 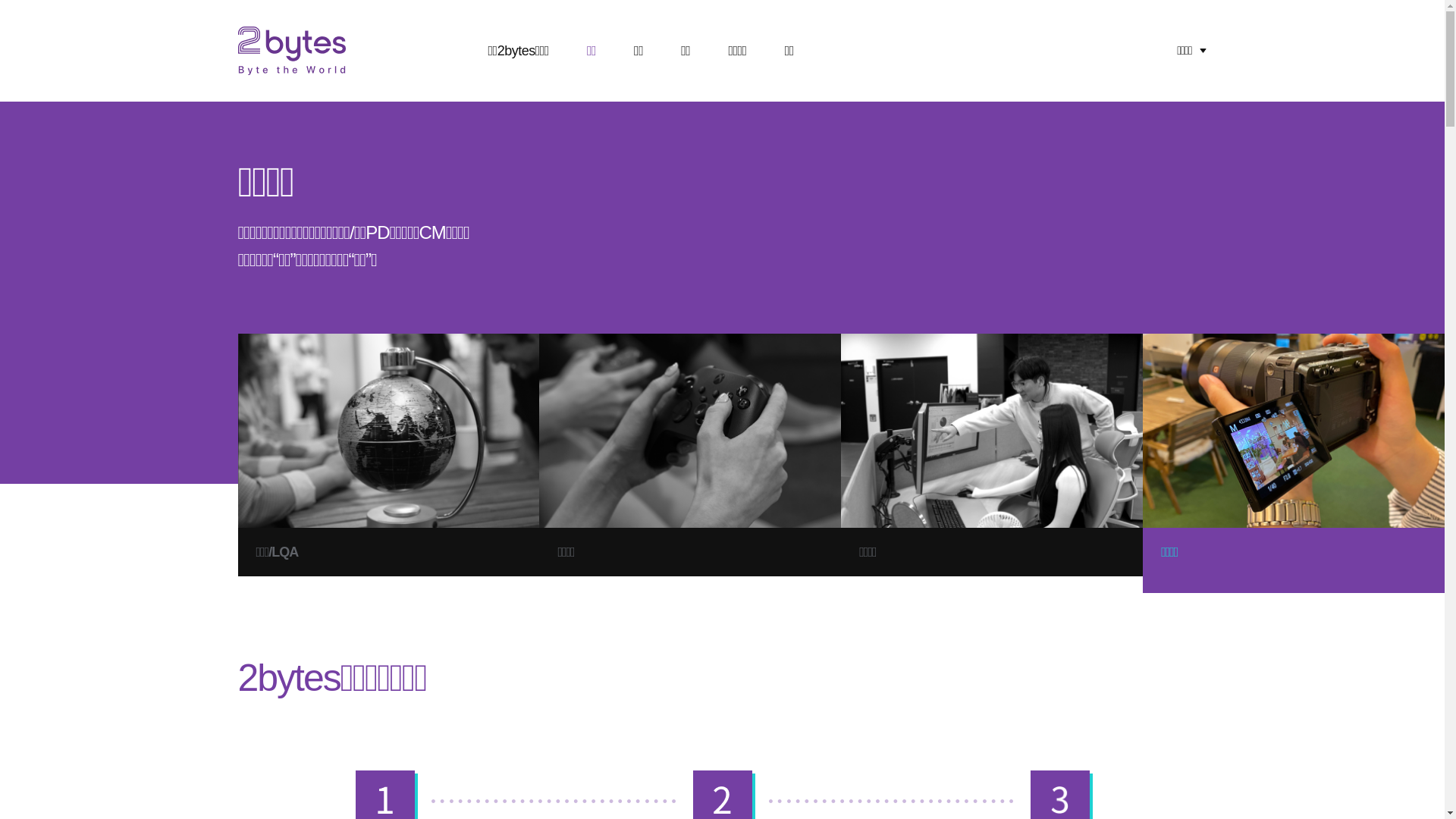 What do you see at coordinates (291, 49) in the screenshot?
I see `'2Bytes byte the world'` at bounding box center [291, 49].